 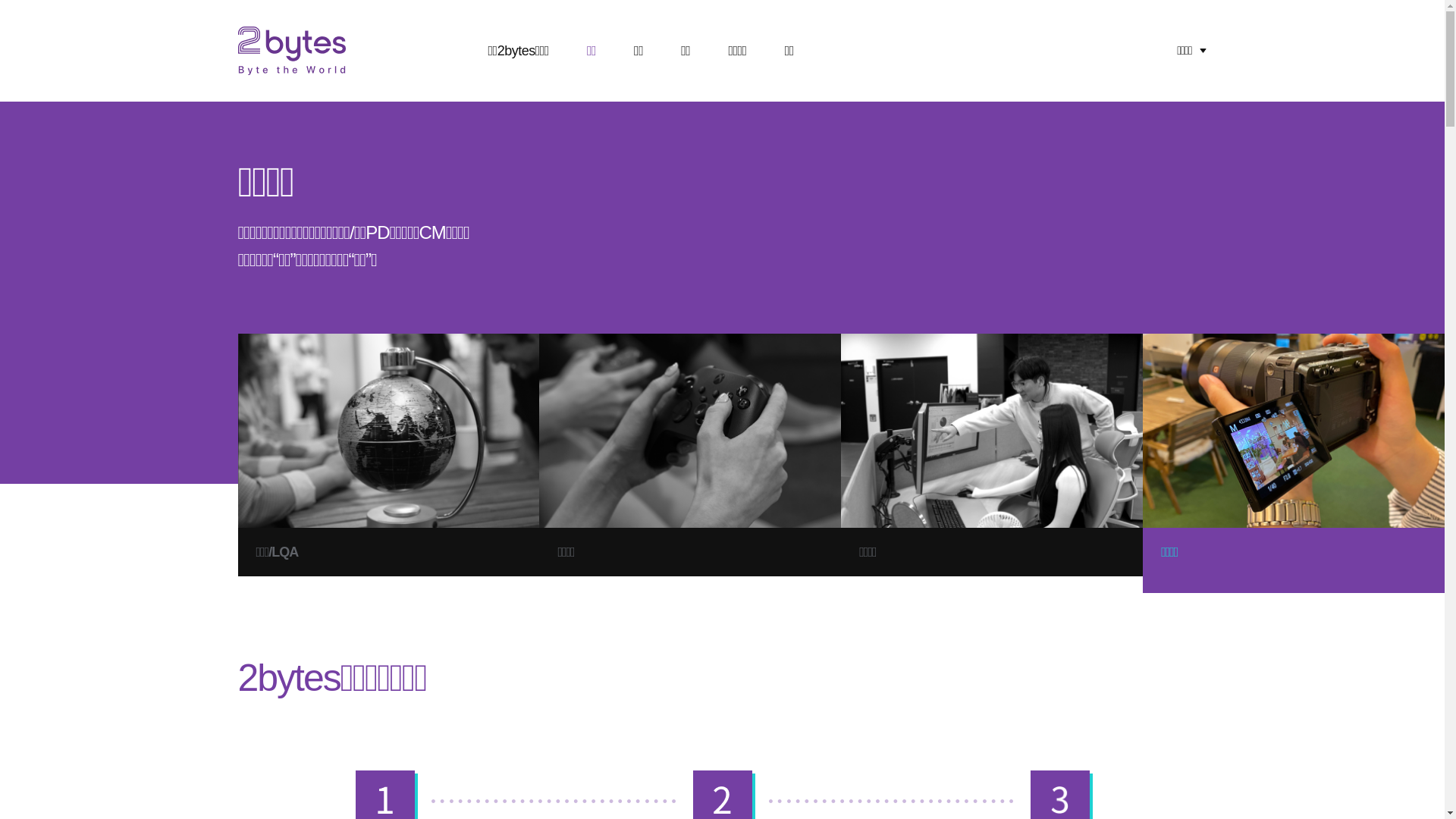 What do you see at coordinates (291, 49) in the screenshot?
I see `'2Bytes byte the world'` at bounding box center [291, 49].